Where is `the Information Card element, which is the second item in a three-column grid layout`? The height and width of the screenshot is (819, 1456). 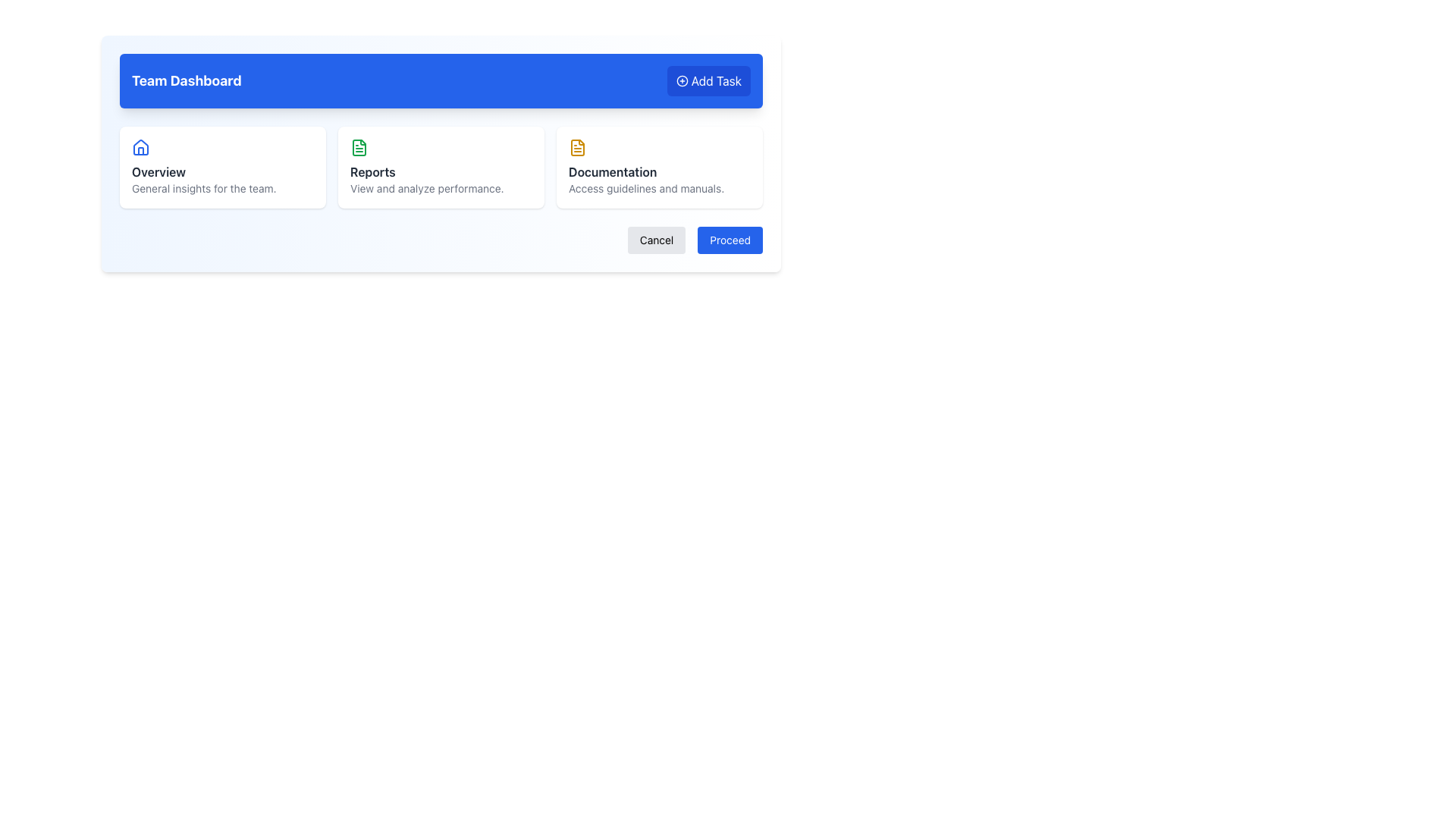
the Information Card element, which is the second item in a three-column grid layout is located at coordinates (440, 167).